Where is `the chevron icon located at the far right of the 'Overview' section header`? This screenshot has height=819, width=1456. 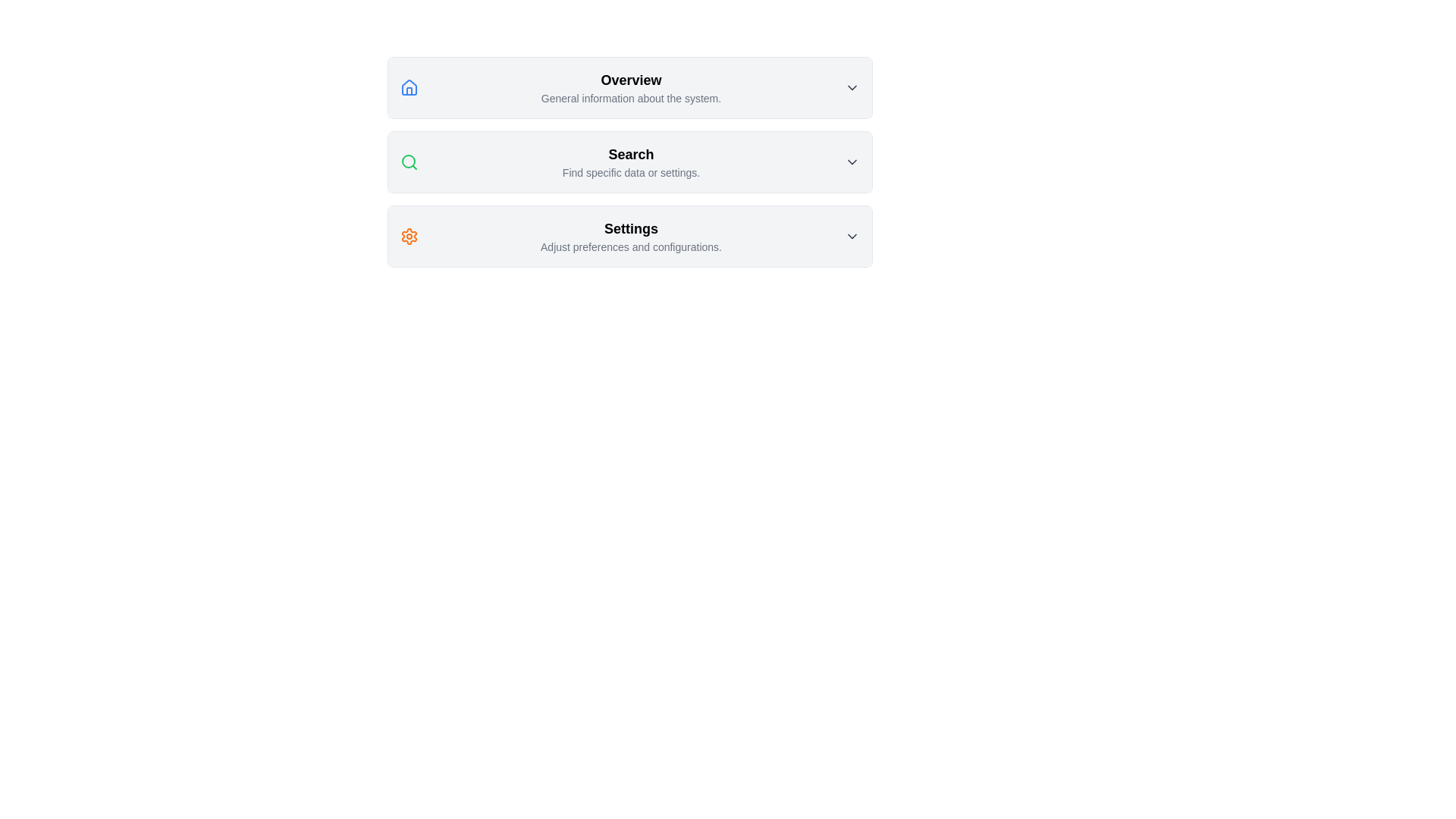
the chevron icon located at the far right of the 'Overview' section header is located at coordinates (852, 87).